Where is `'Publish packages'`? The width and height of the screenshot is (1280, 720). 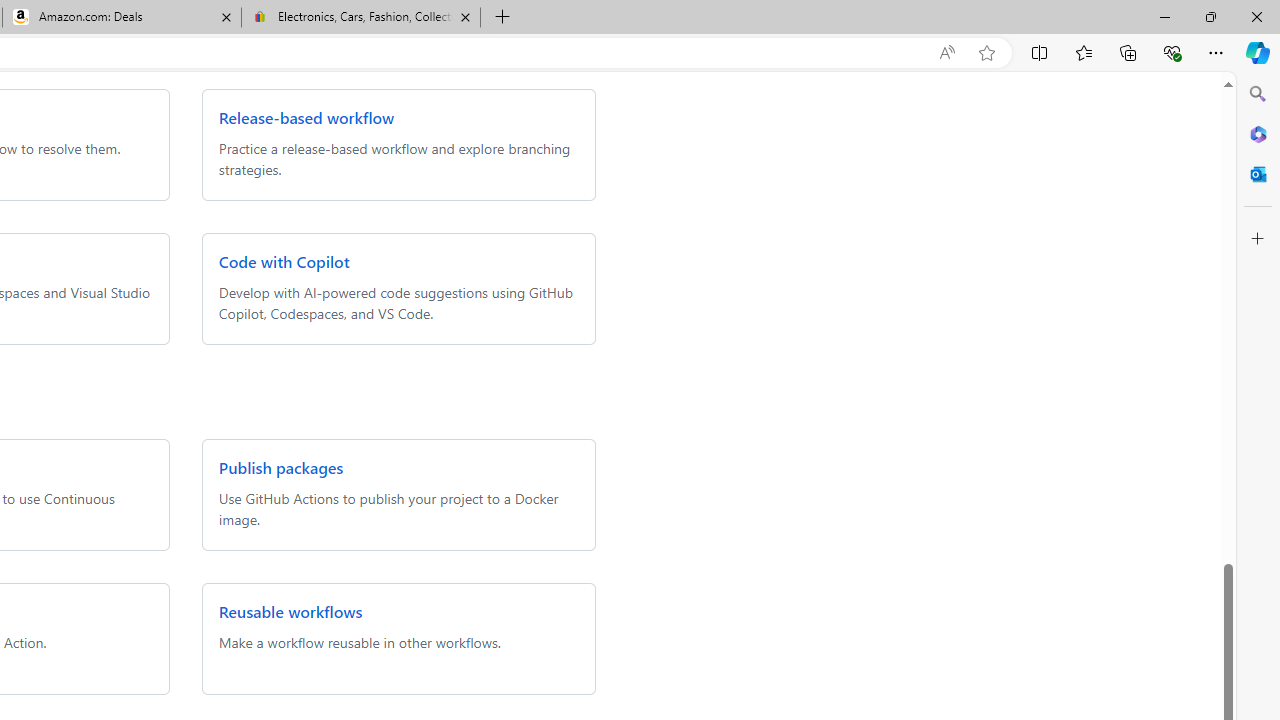 'Publish packages' is located at coordinates (279, 467).